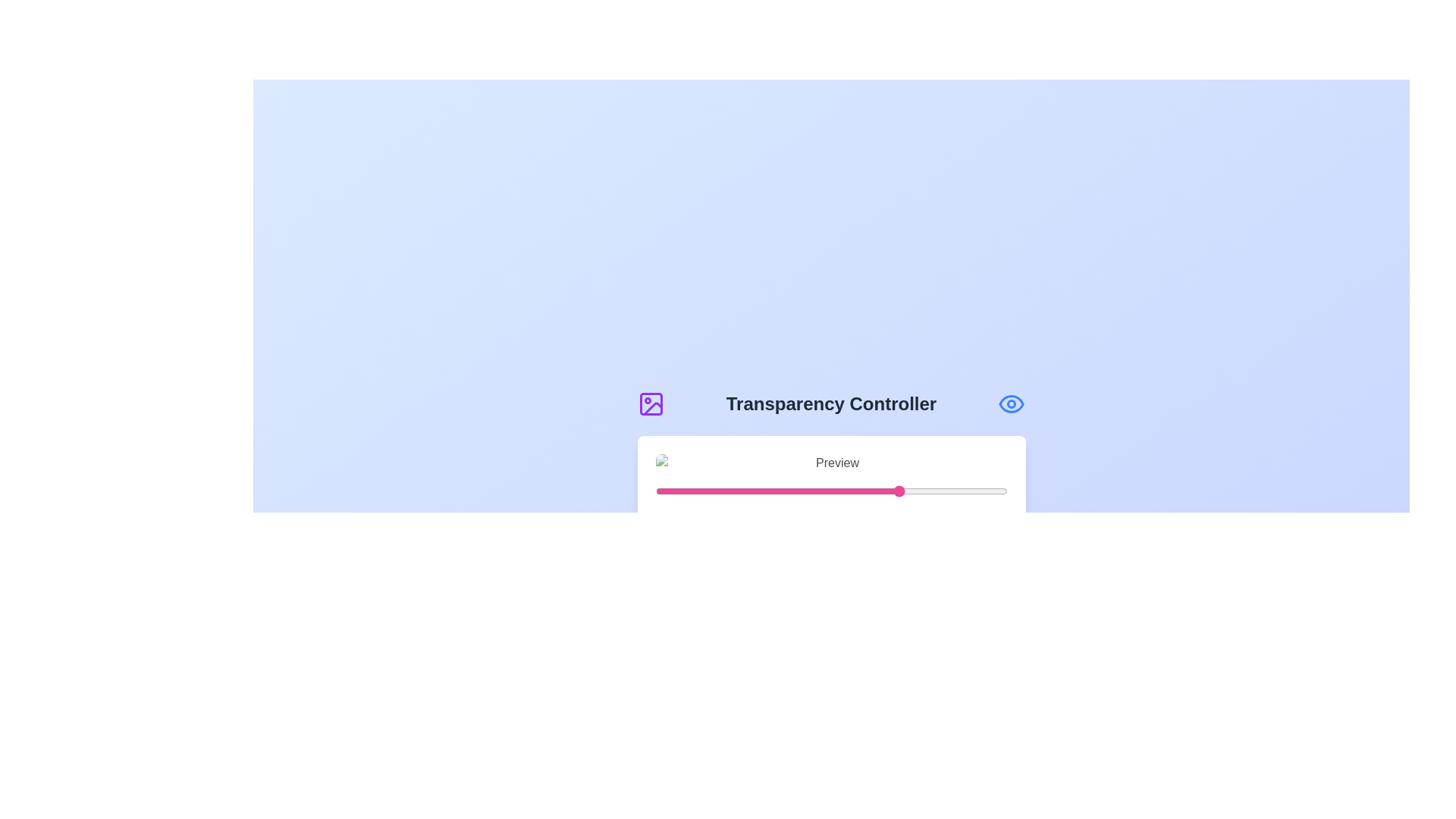 Image resolution: width=1456 pixels, height=819 pixels. What do you see at coordinates (877, 491) in the screenshot?
I see `the transparency slider to 63%` at bounding box center [877, 491].